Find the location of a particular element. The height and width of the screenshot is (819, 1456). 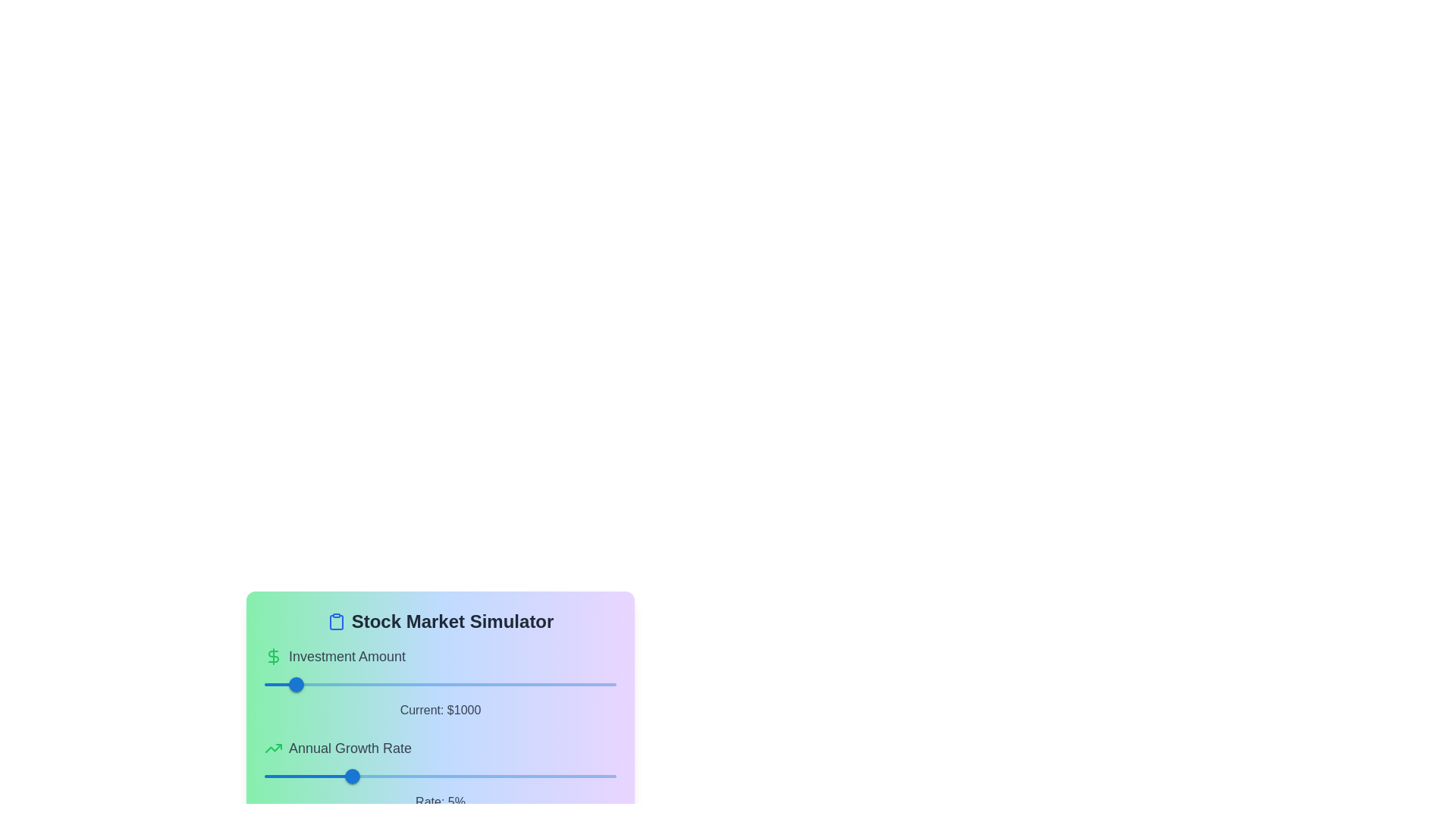

the annual growth rate is located at coordinates (384, 776).